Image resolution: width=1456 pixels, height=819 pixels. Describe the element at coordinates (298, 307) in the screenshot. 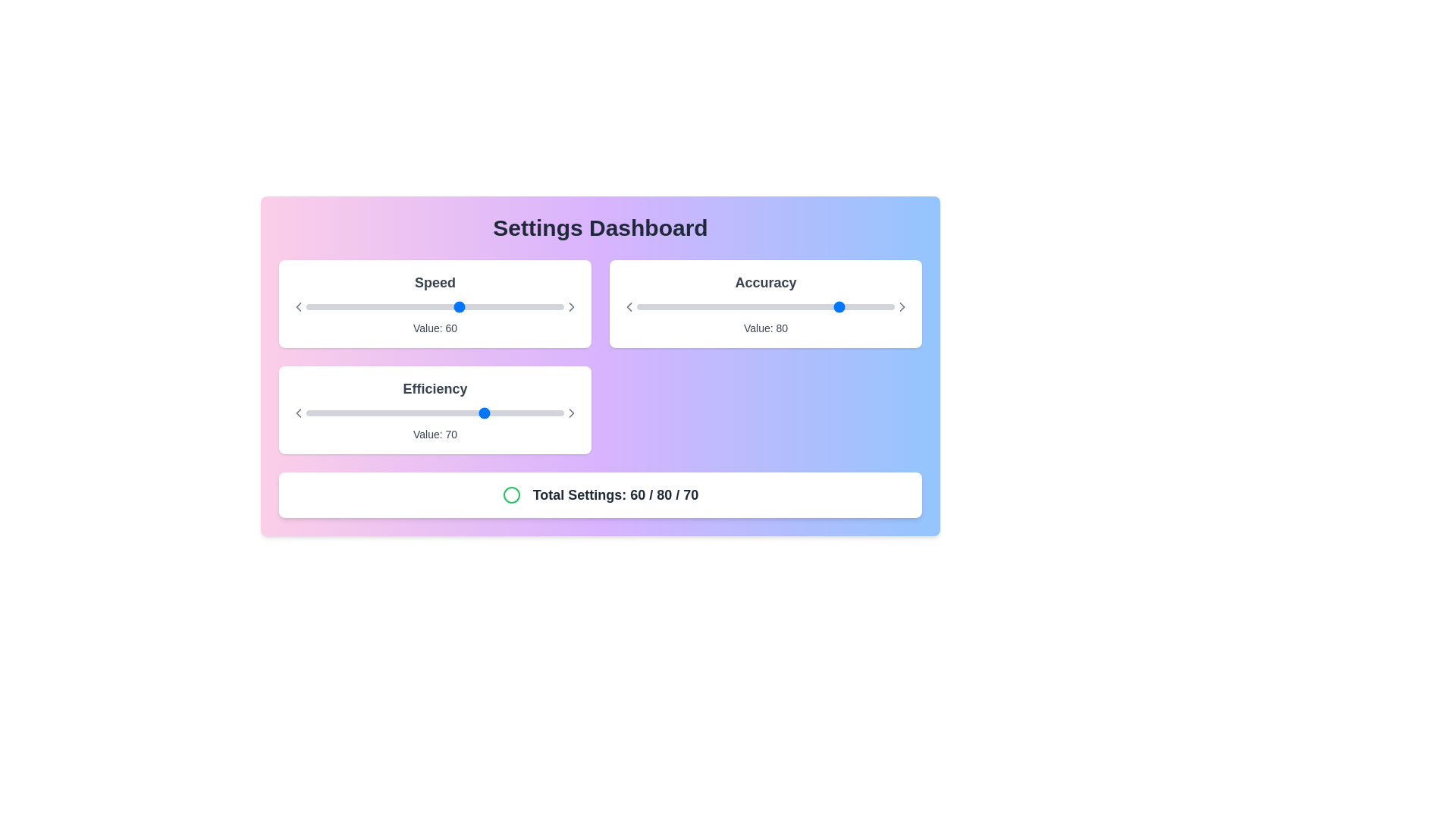

I see `the decrement button for the 'Speed' setting` at that location.